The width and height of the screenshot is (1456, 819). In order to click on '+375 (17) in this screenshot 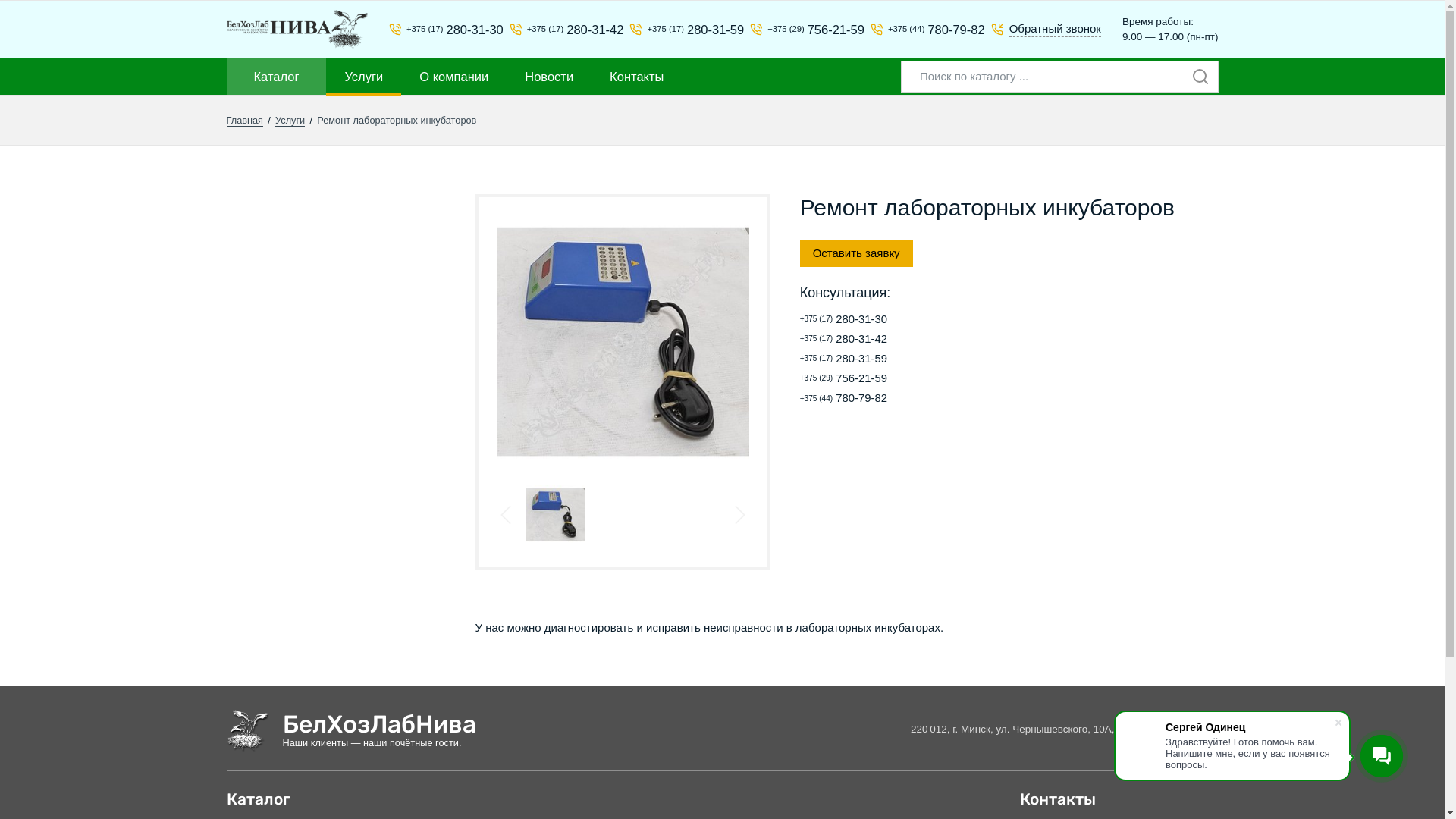, I will do `click(510, 30)`.